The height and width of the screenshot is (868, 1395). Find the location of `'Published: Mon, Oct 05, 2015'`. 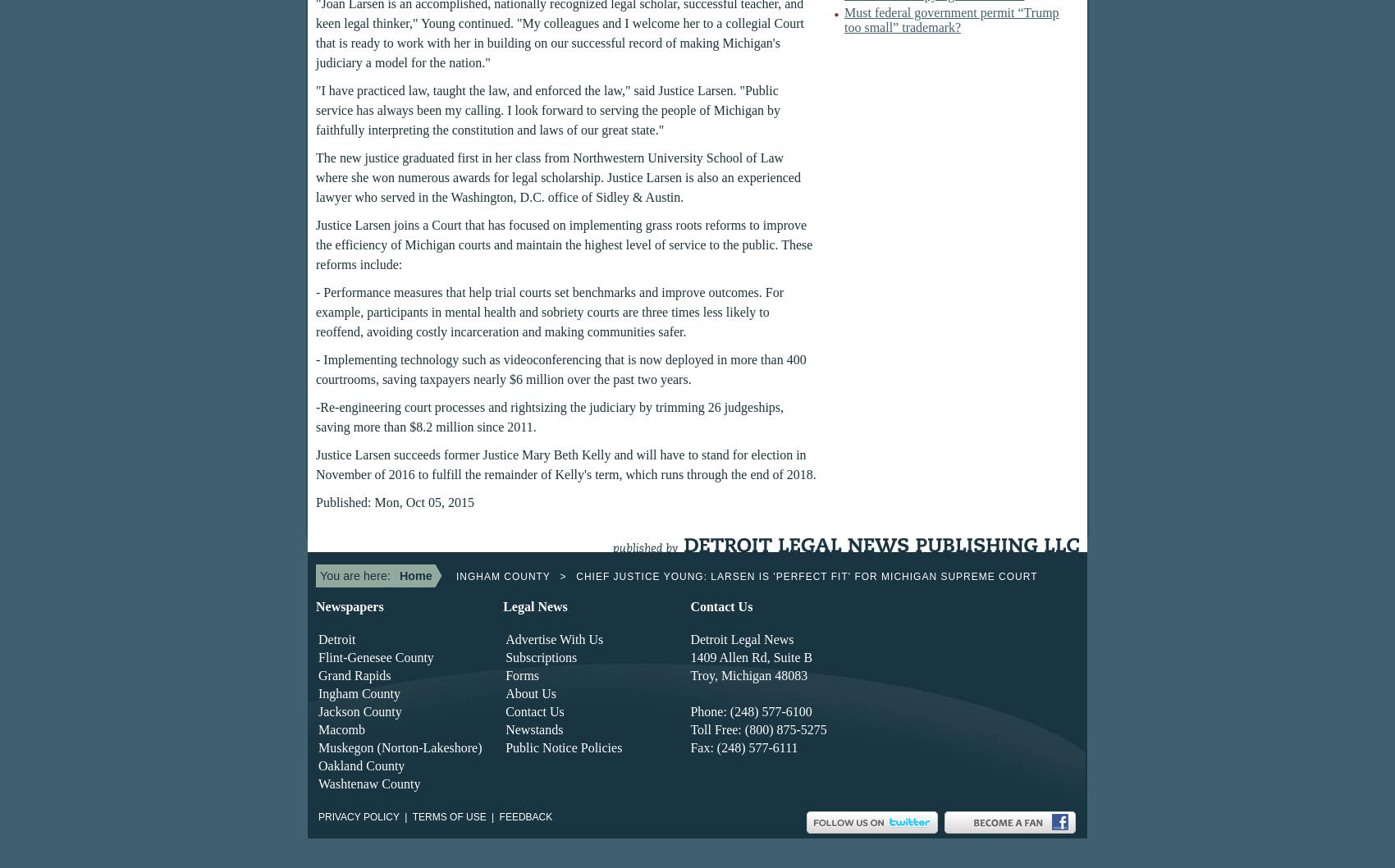

'Published: Mon, Oct 05, 2015' is located at coordinates (394, 502).